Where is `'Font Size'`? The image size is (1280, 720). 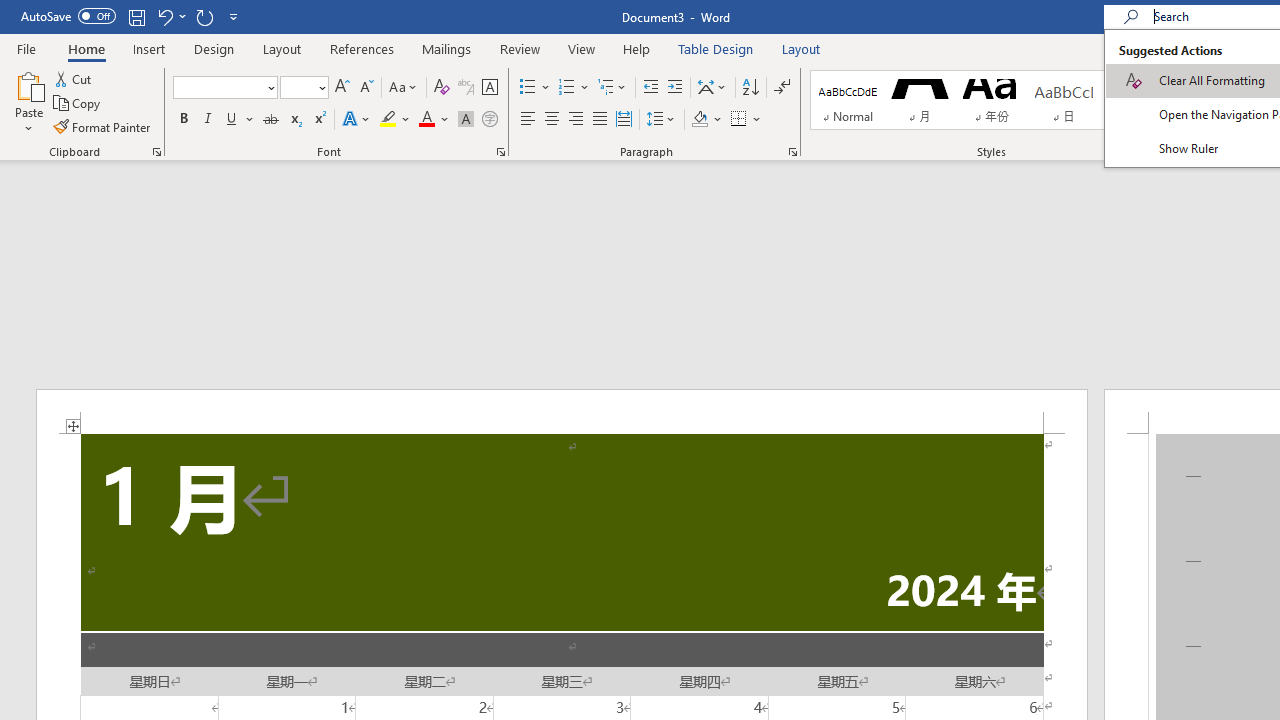 'Font Size' is located at coordinates (303, 86).